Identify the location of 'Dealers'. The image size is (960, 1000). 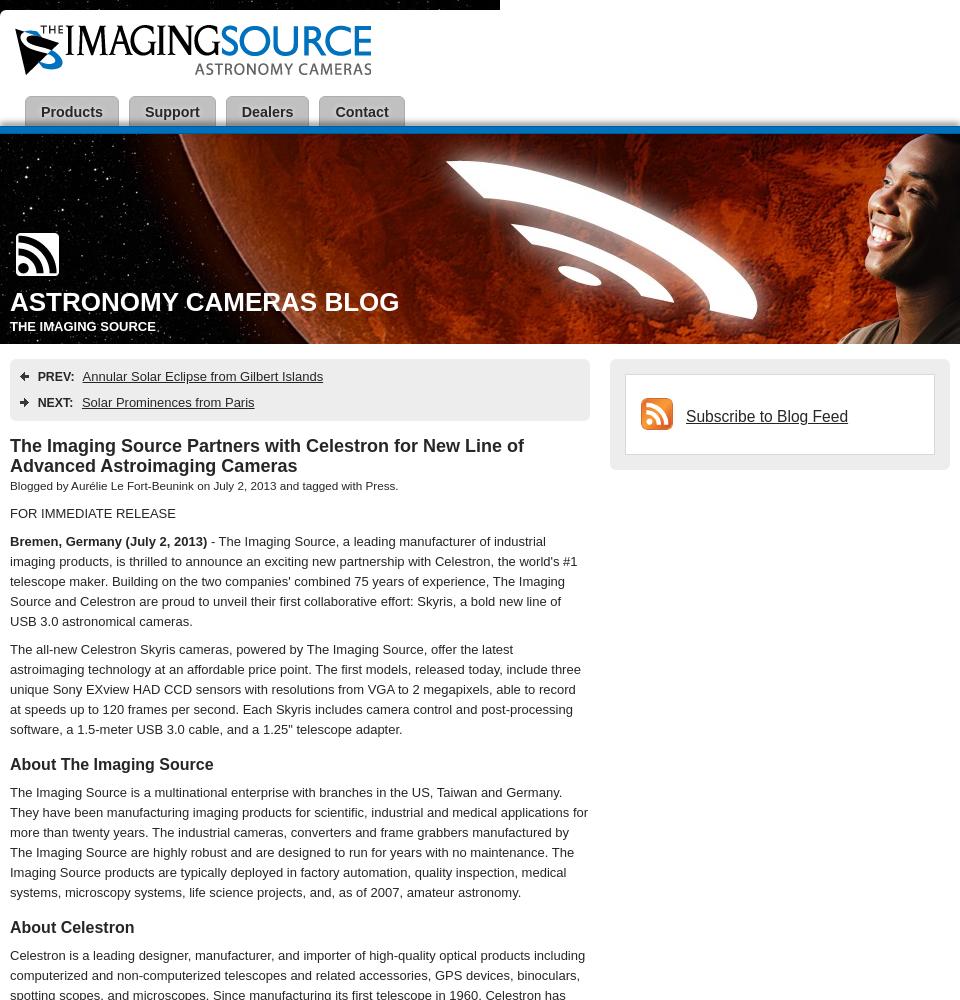
(265, 111).